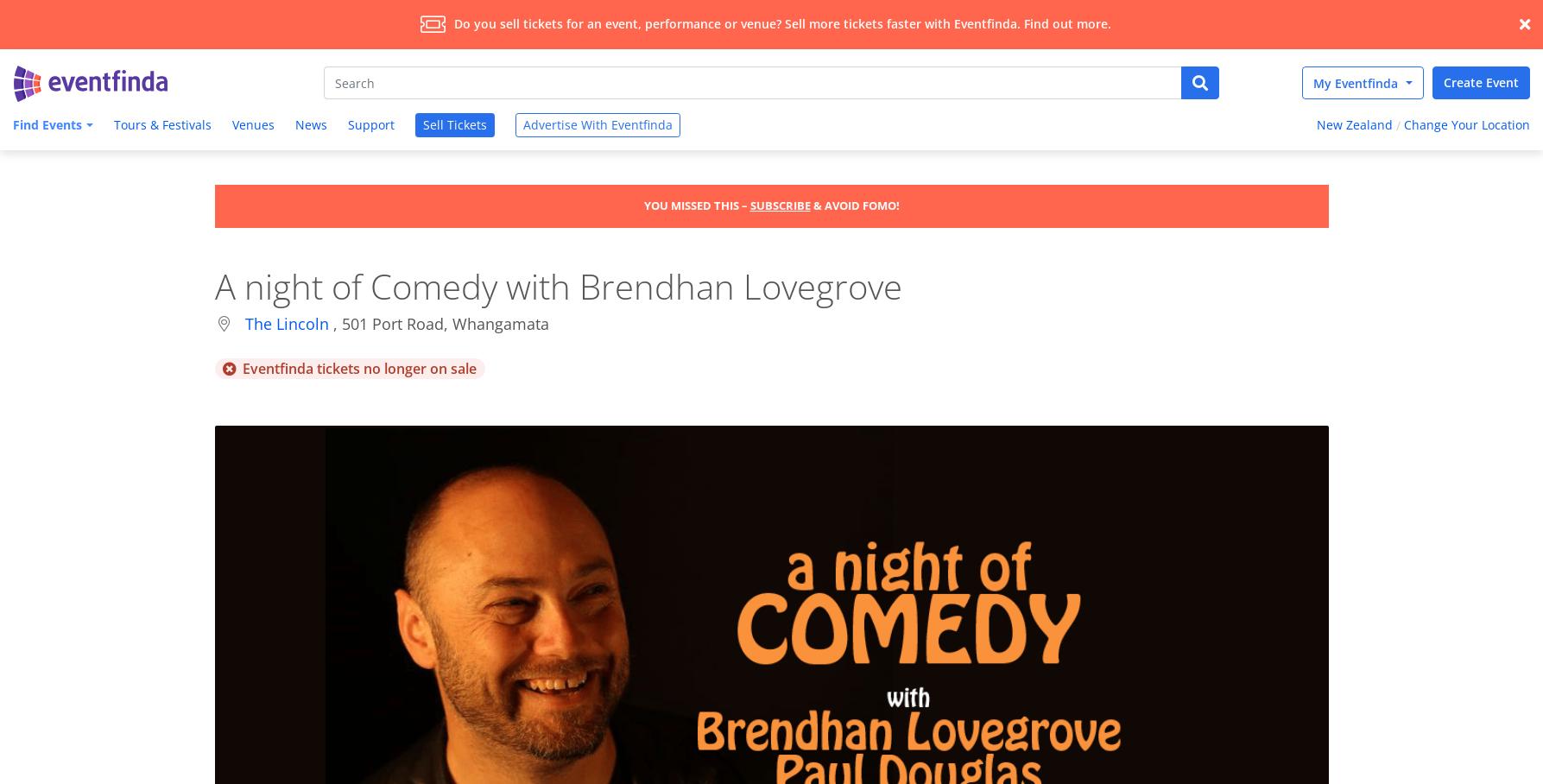 The width and height of the screenshot is (1543, 784). I want to click on 'The Lincoln', so click(287, 323).